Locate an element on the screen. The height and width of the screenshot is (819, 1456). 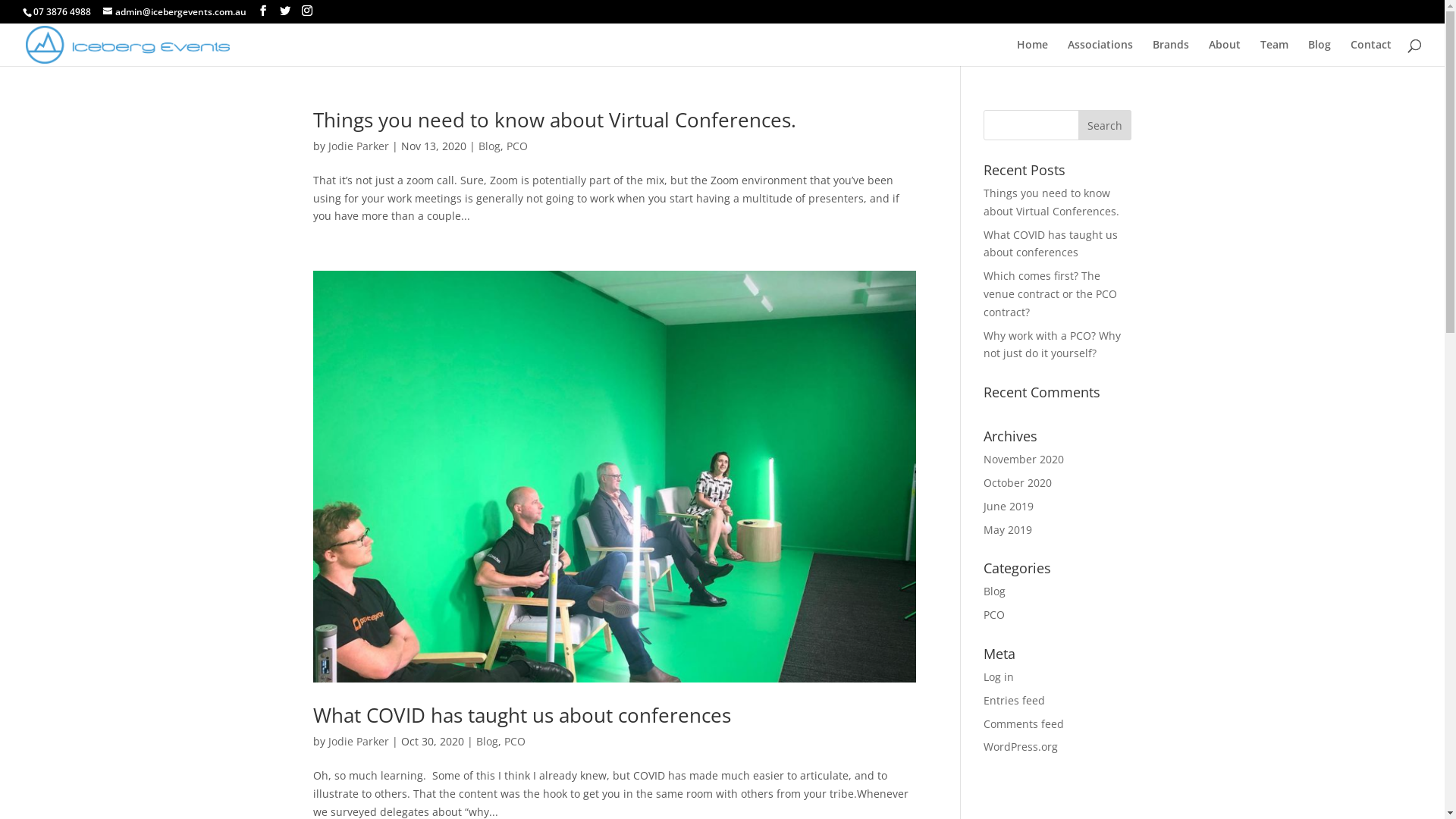
'Jodie Parker' is located at coordinates (356, 146).